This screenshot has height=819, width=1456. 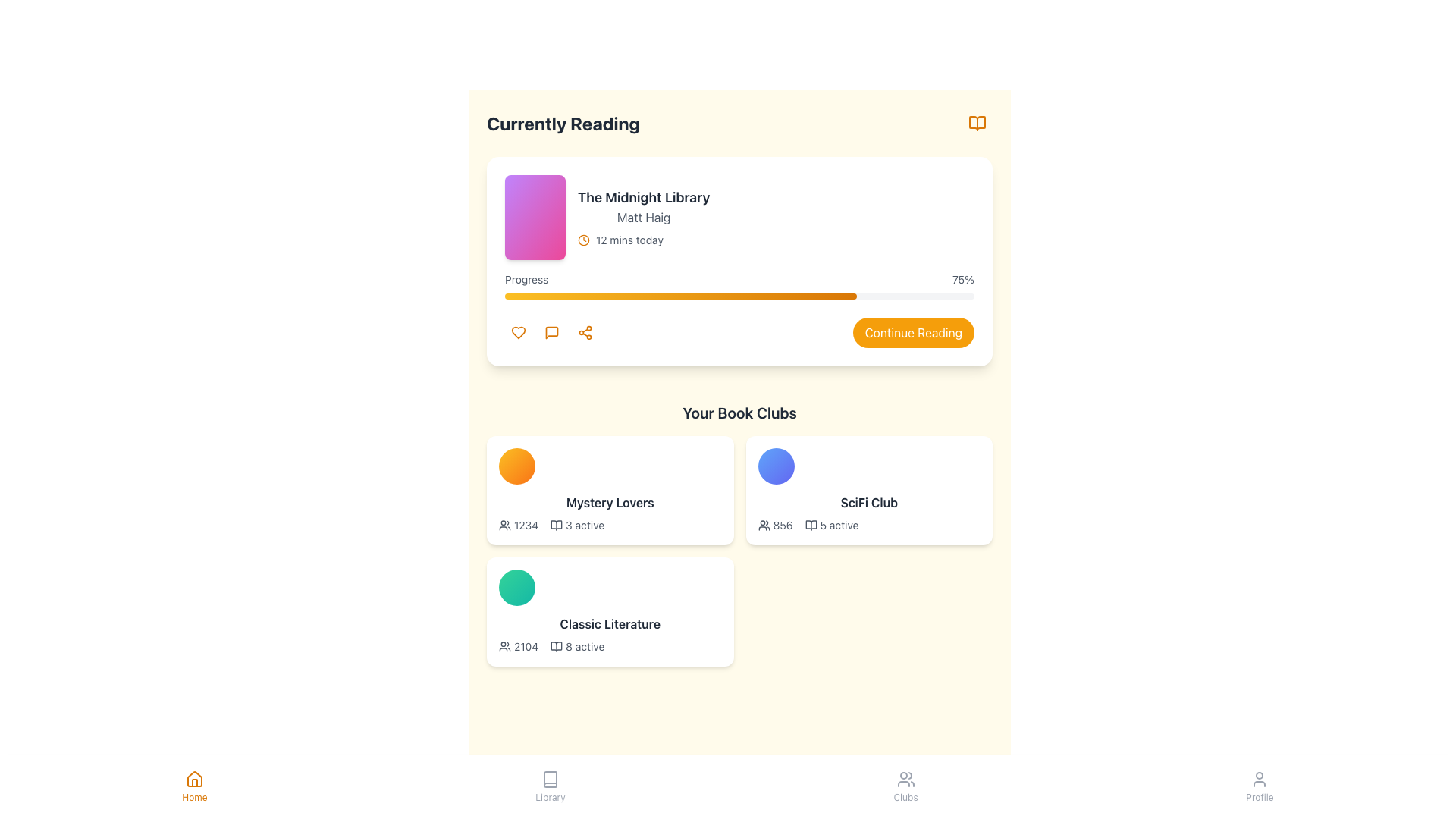 What do you see at coordinates (977, 122) in the screenshot?
I see `the open book button located in the top-right corner of the 'Currently Reading' section` at bounding box center [977, 122].